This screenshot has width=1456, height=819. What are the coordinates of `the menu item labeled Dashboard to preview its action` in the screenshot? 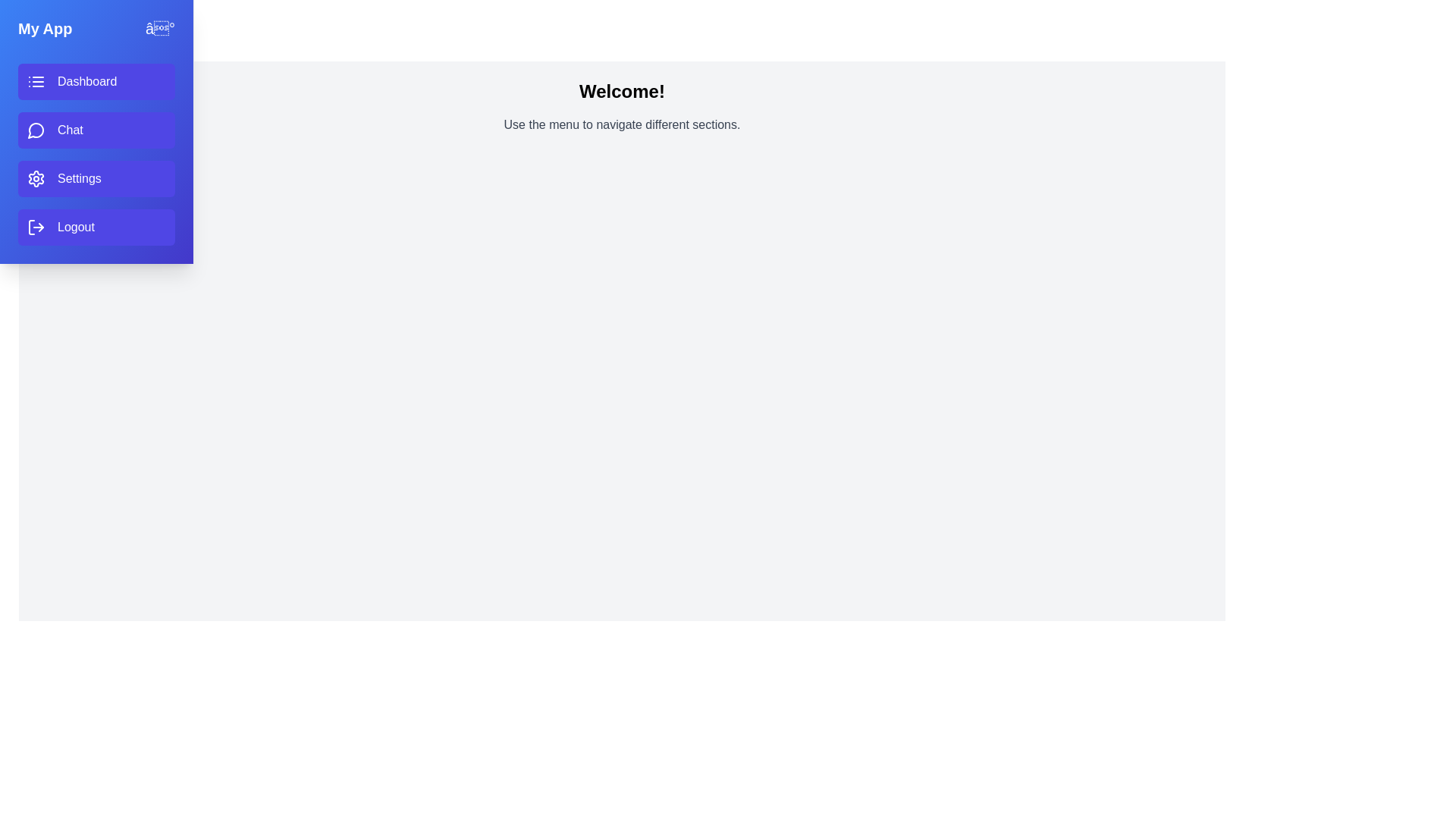 It's located at (96, 82).